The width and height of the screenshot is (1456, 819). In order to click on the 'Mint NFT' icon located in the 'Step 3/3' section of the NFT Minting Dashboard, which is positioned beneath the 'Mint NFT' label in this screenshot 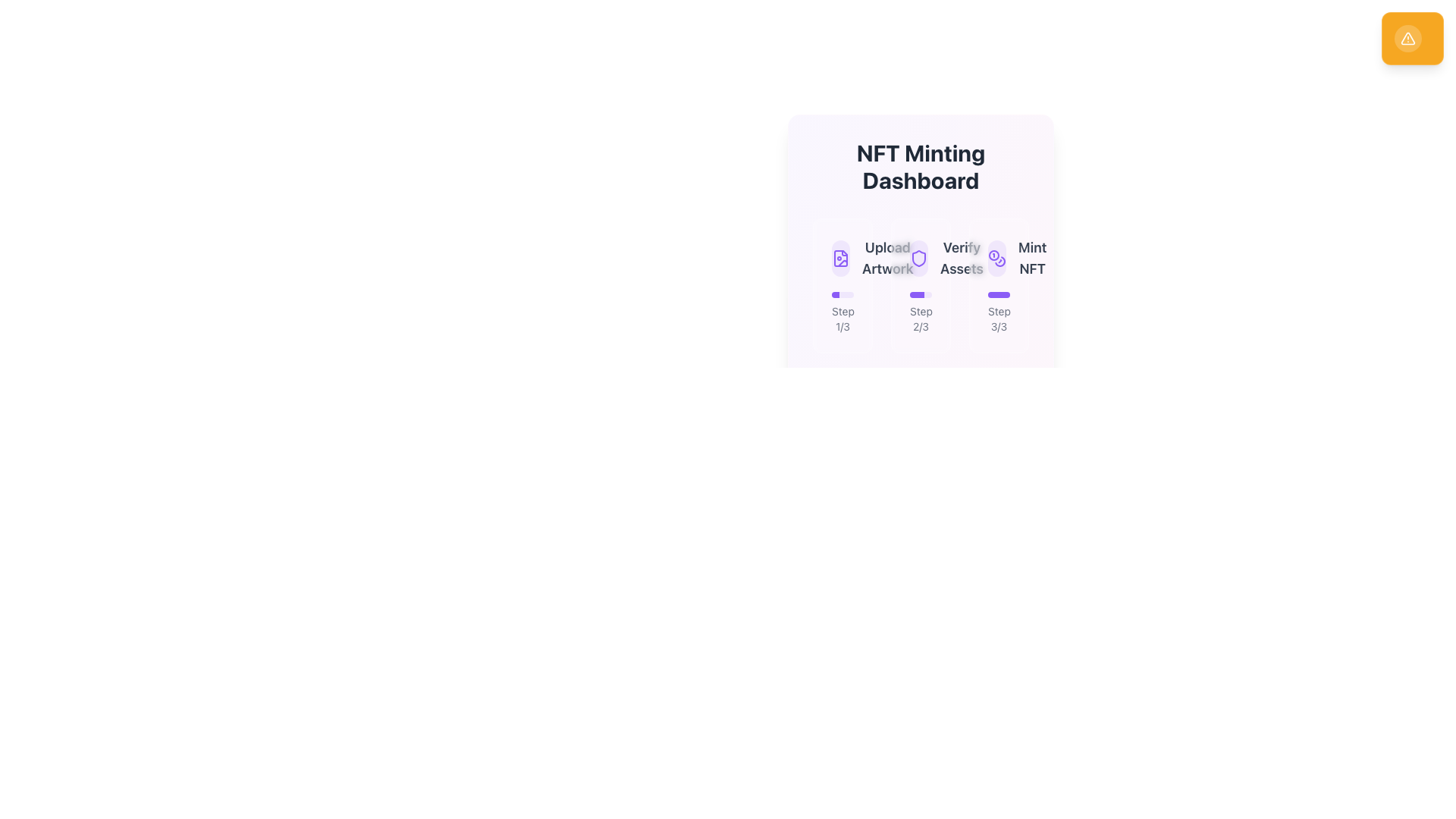, I will do `click(997, 257)`.